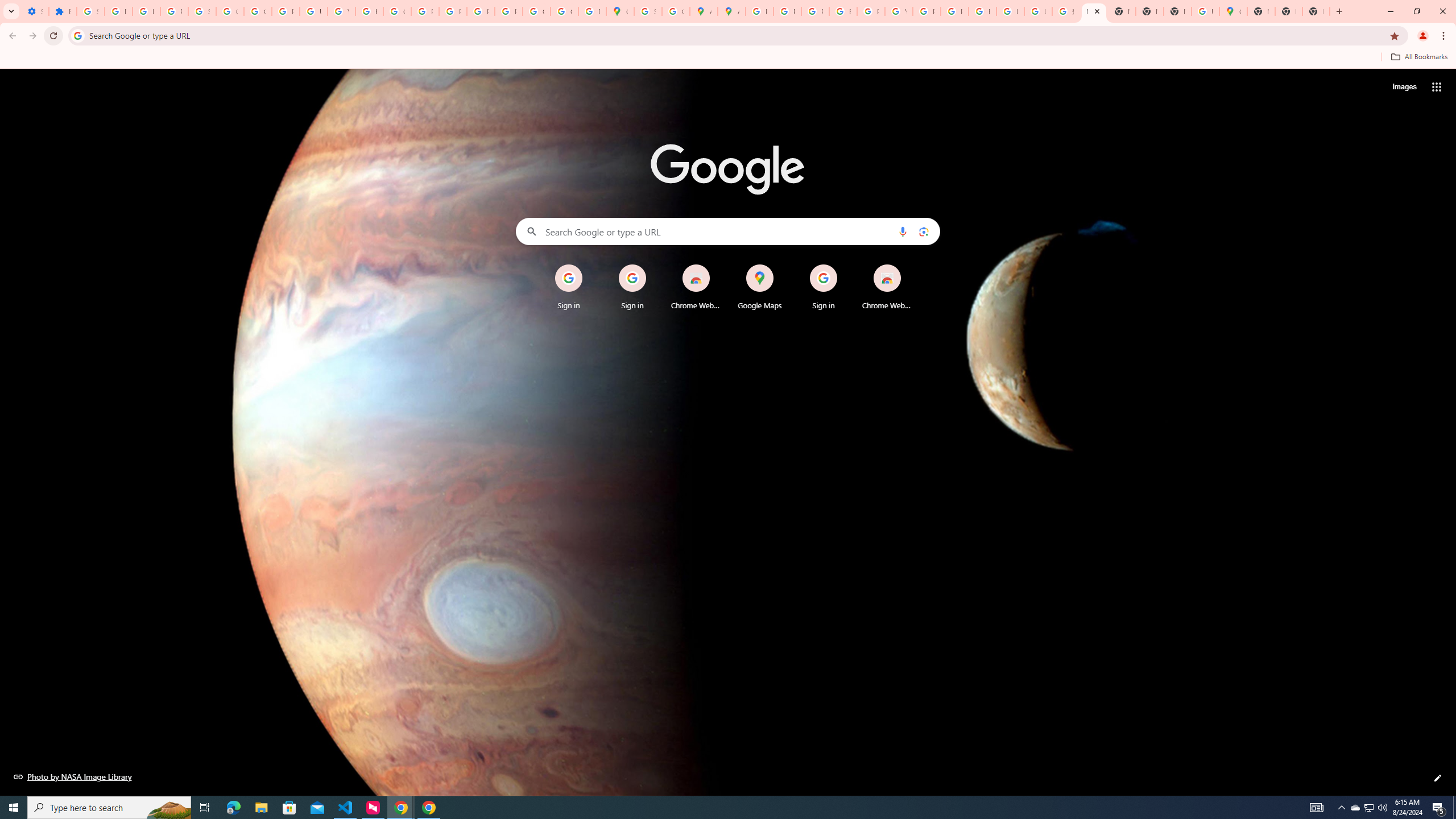 This screenshot has height=819, width=1456. I want to click on 'Search Google or type a URL', so click(728, 230).